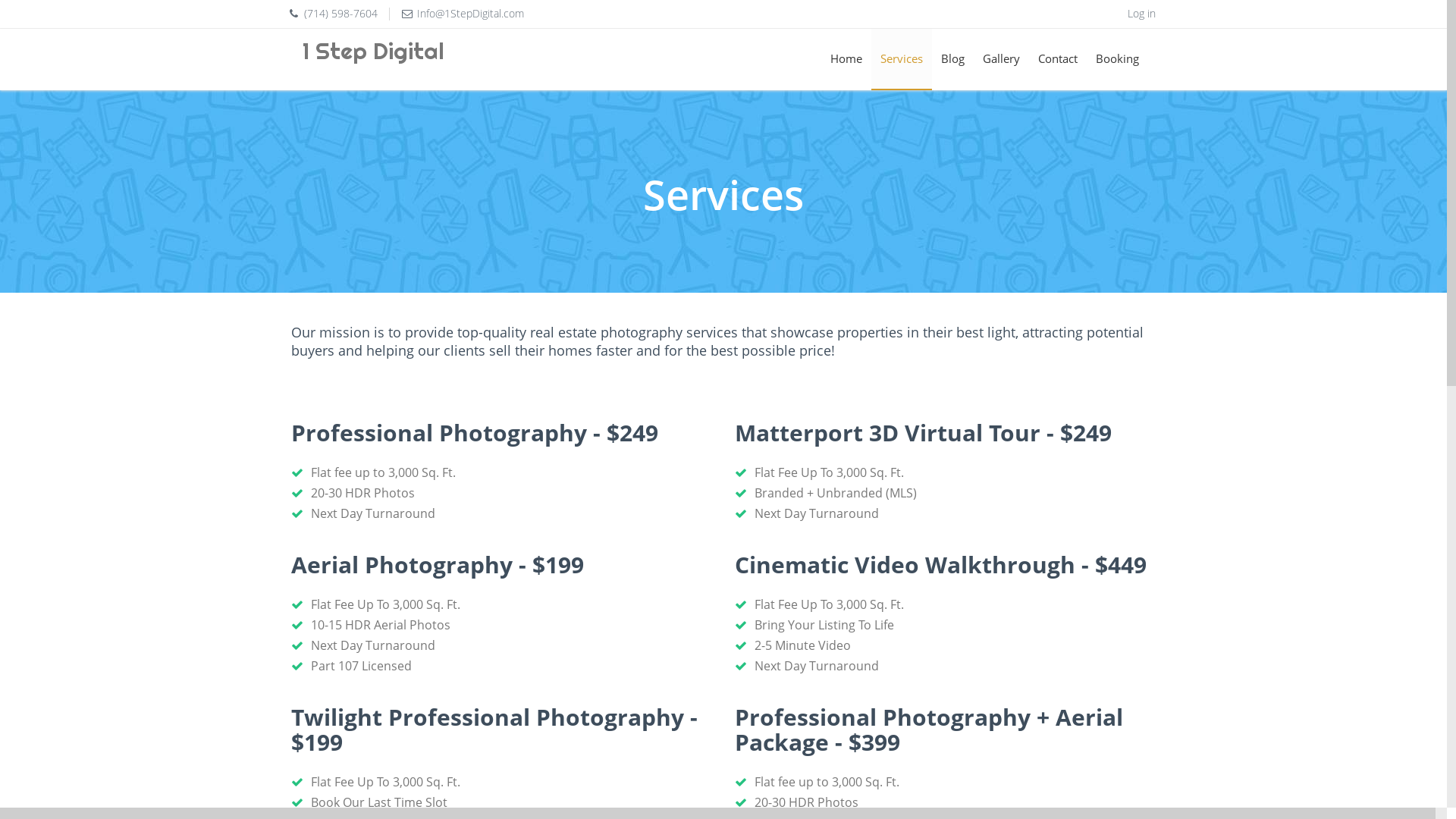 This screenshot has width=1456, height=819. What do you see at coordinates (303, 13) in the screenshot?
I see `'(714) 598-7604'` at bounding box center [303, 13].